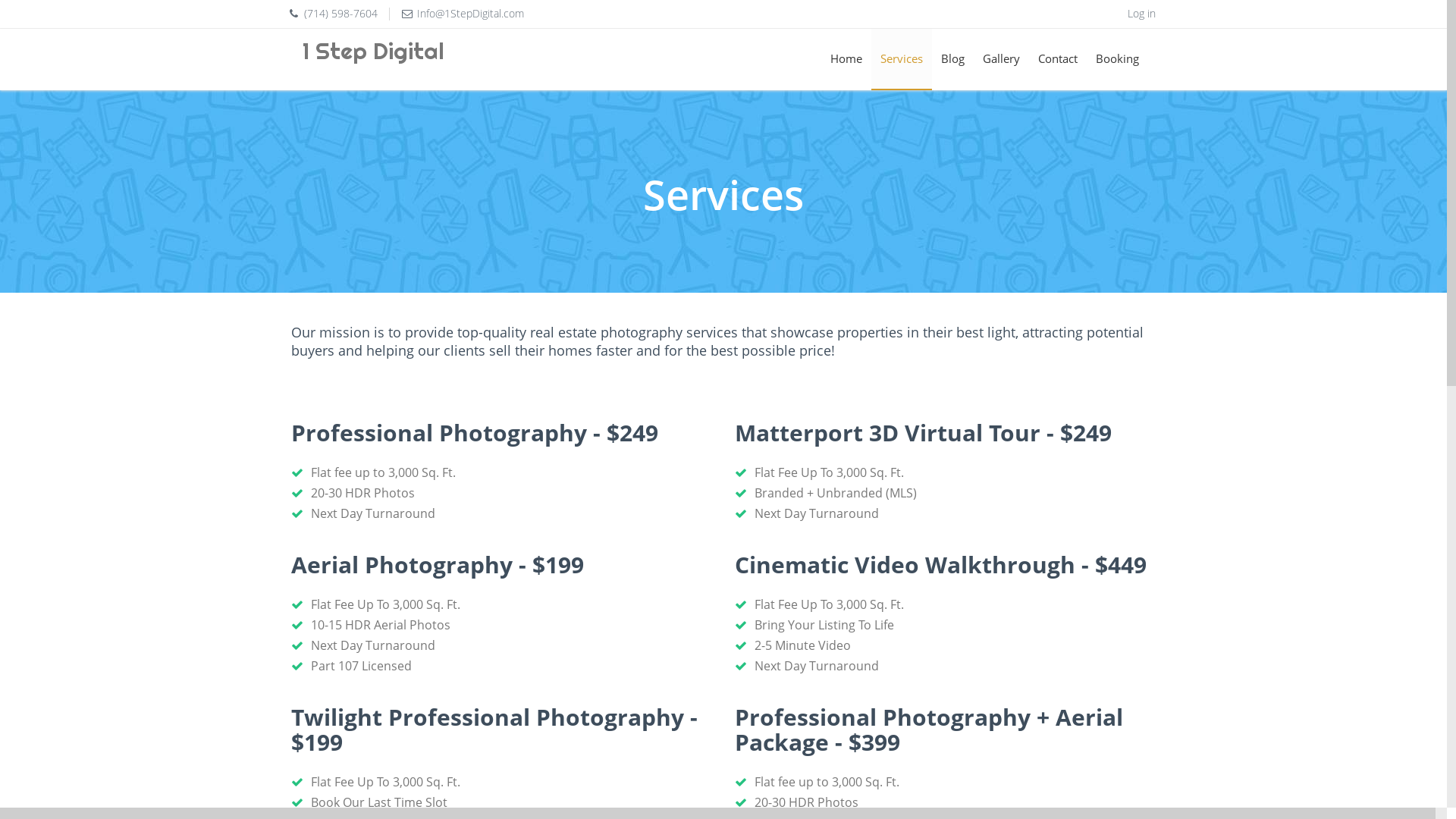 This screenshot has width=1456, height=819. What do you see at coordinates (303, 13) in the screenshot?
I see `'(714) 598-7604'` at bounding box center [303, 13].